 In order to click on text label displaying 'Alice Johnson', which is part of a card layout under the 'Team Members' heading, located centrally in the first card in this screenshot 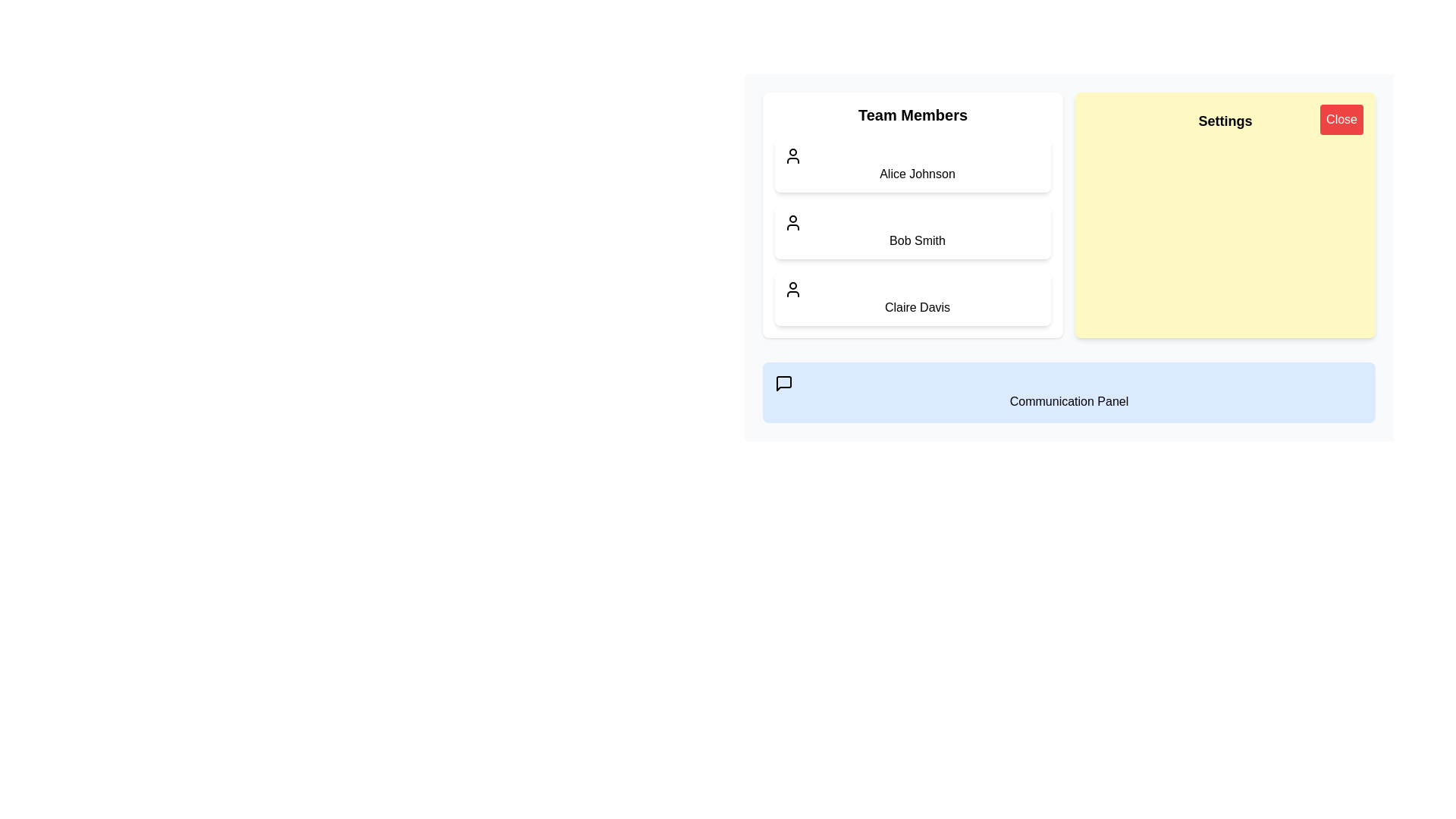, I will do `click(916, 173)`.